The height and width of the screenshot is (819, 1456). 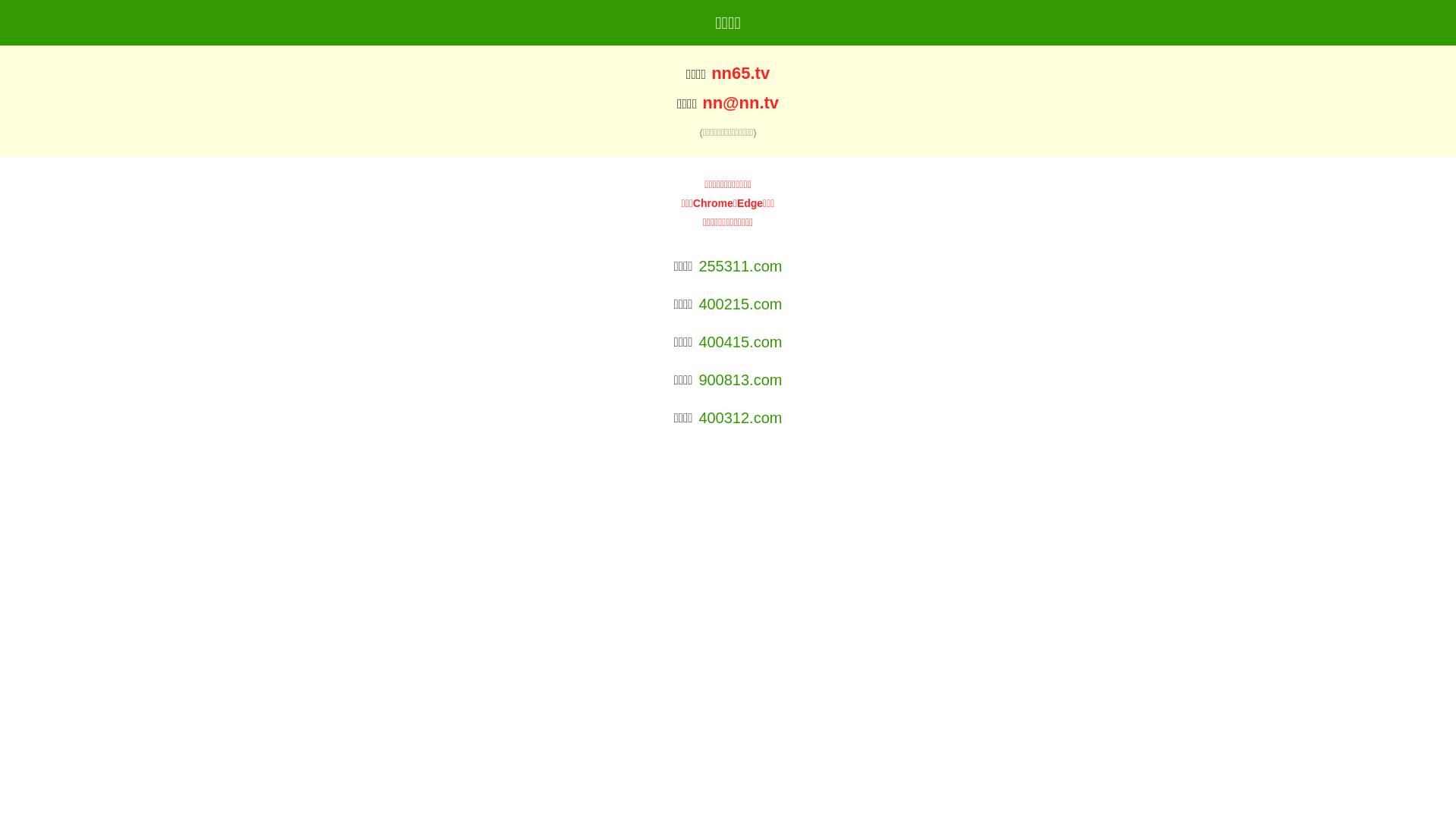 What do you see at coordinates (739, 304) in the screenshot?
I see `'400215.com'` at bounding box center [739, 304].